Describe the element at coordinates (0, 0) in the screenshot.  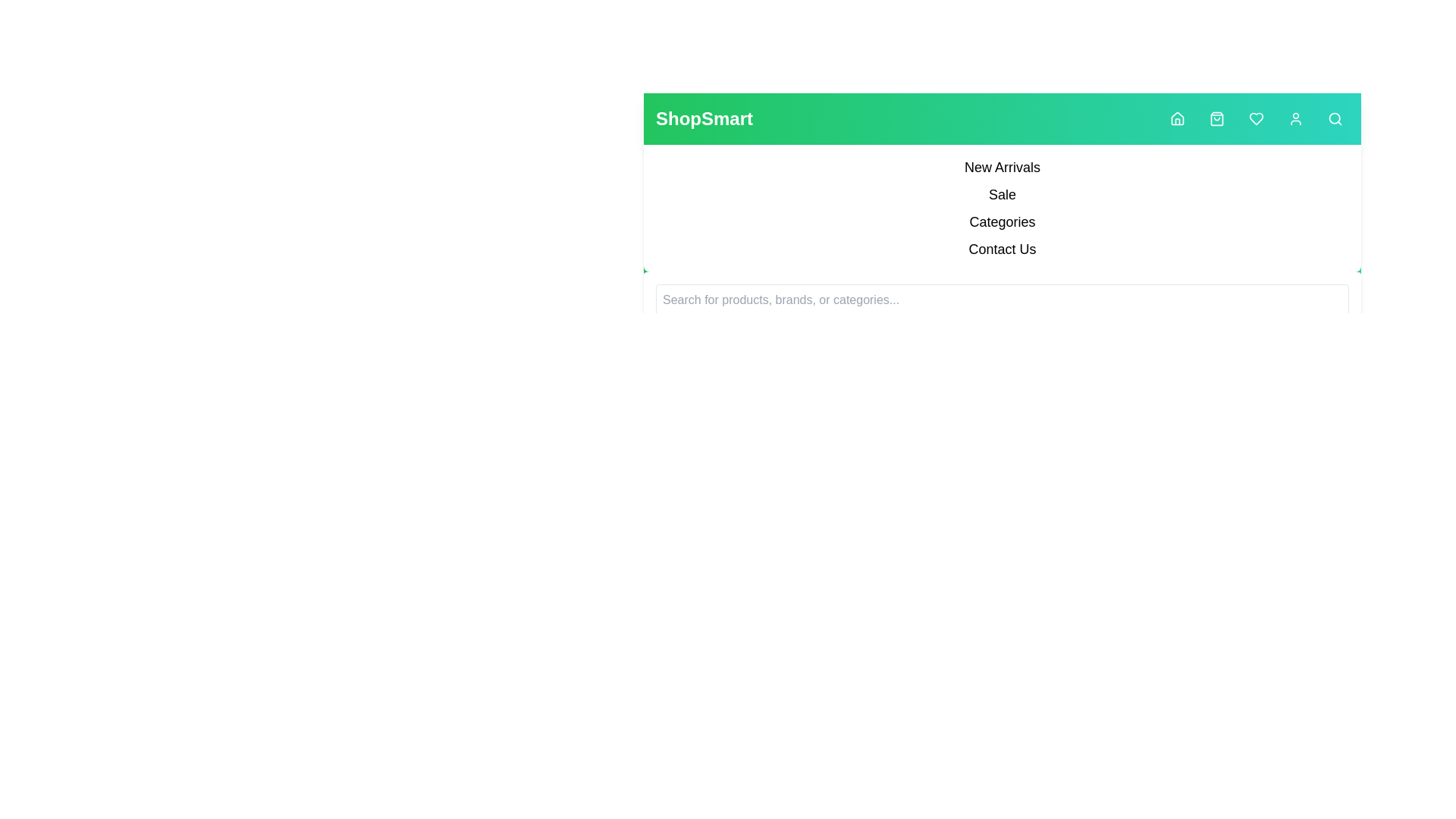
I see `the menu toggle button to expand or collapse the menu` at that location.